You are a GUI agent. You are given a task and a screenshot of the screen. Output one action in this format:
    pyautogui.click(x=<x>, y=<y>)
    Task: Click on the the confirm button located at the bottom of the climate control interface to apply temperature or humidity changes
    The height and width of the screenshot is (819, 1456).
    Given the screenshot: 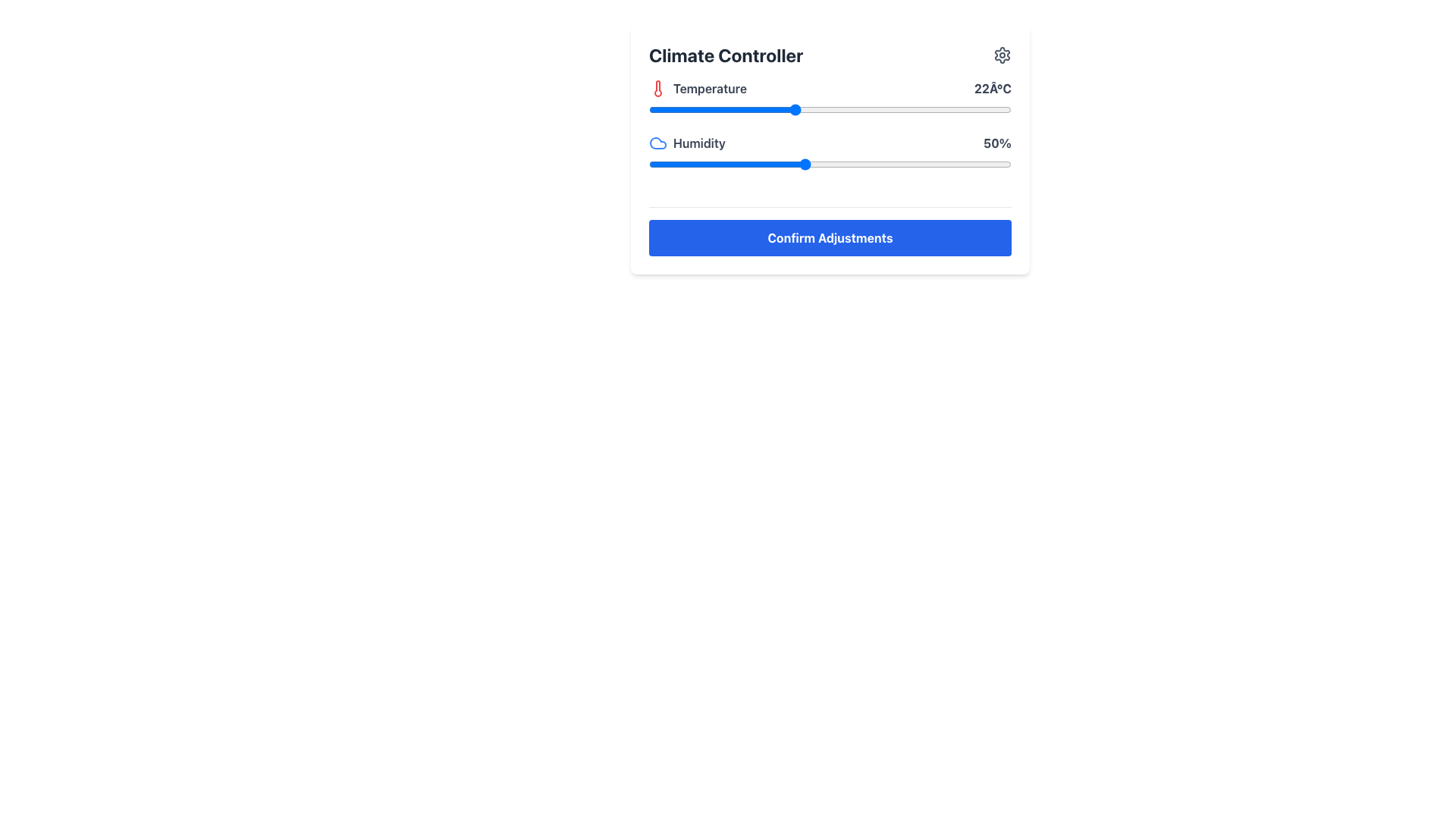 What is the action you would take?
    pyautogui.click(x=829, y=231)
    